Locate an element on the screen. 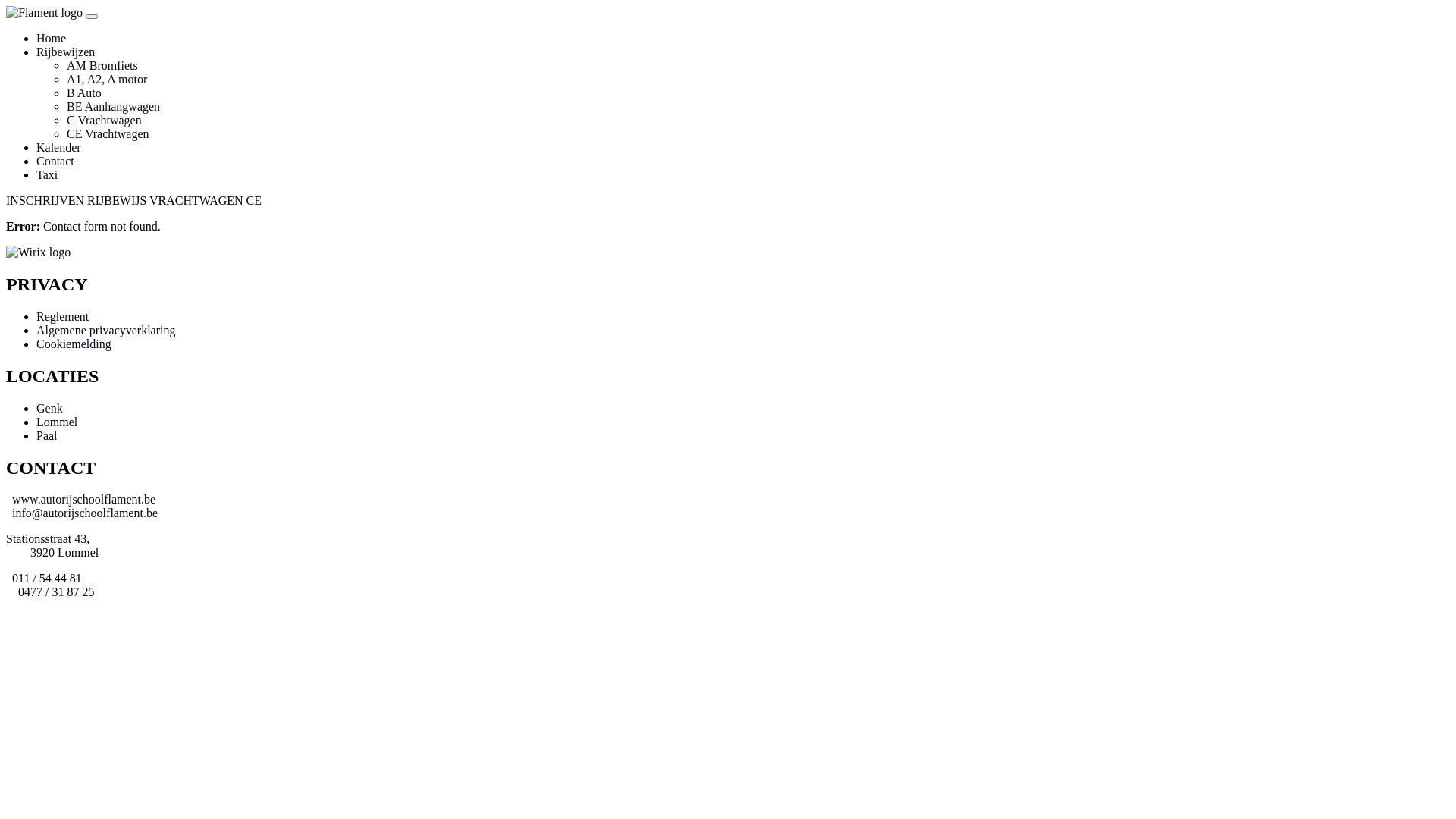 The image size is (1456, 819). 'Rijbewijzen' is located at coordinates (64, 51).